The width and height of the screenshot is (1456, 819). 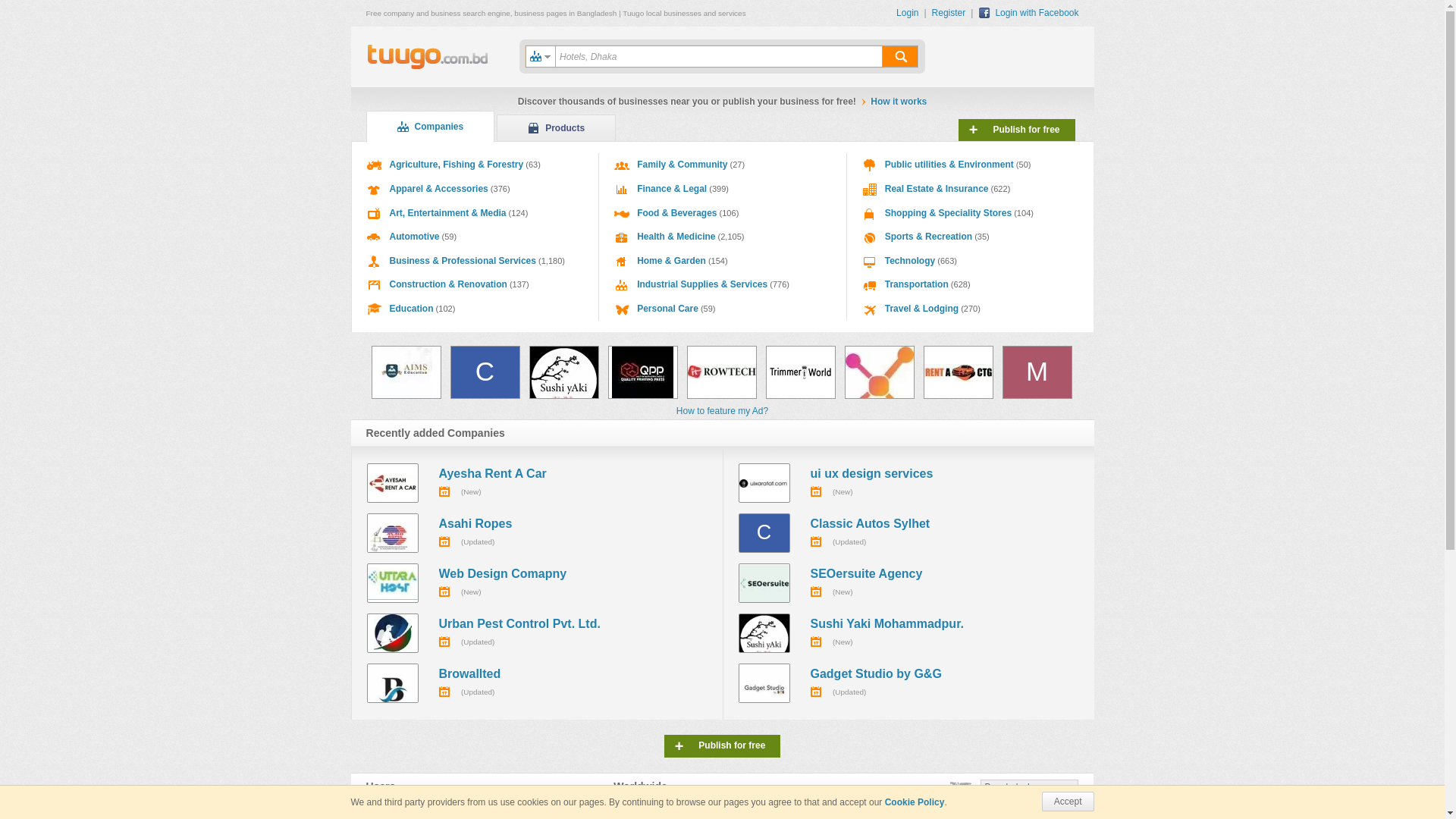 I want to click on ' Shopping & Speciality Stores (104)', so click(x=971, y=213).